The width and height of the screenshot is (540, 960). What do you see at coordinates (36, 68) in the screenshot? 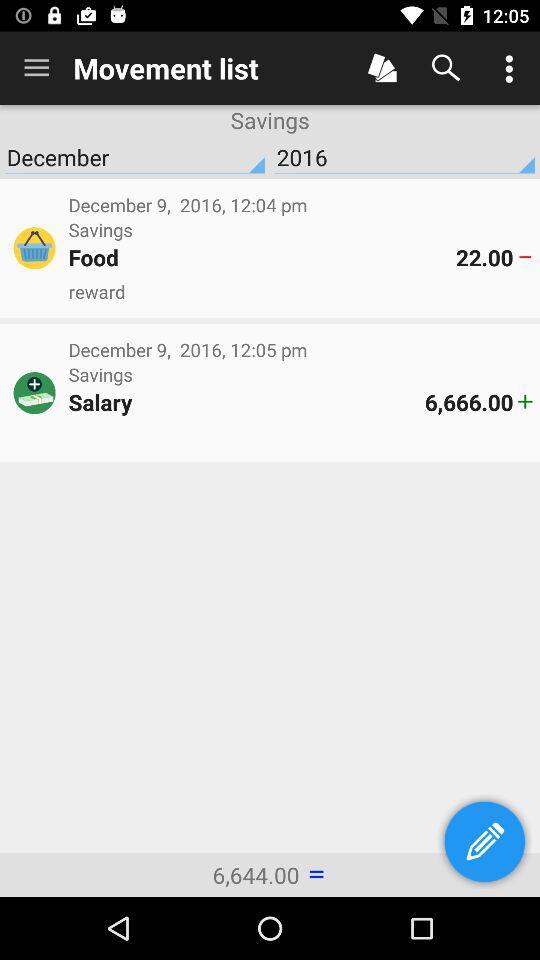
I see `item next to movement list` at bounding box center [36, 68].